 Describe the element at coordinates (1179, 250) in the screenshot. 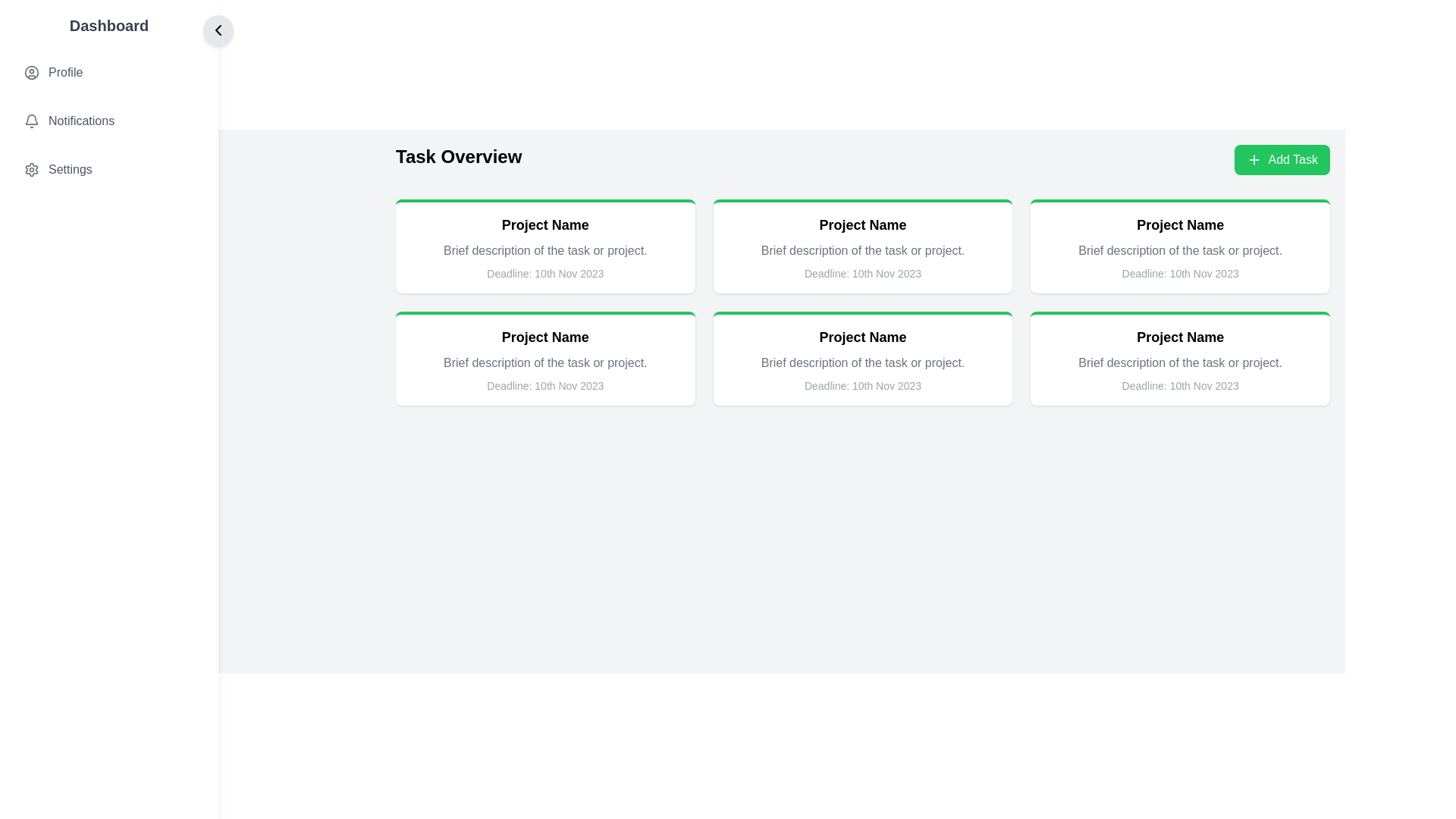

I see `the Text block element that provides additional information for the task or project described in the card, located below the bolded title 'Project Name' and above the deadline label` at that location.